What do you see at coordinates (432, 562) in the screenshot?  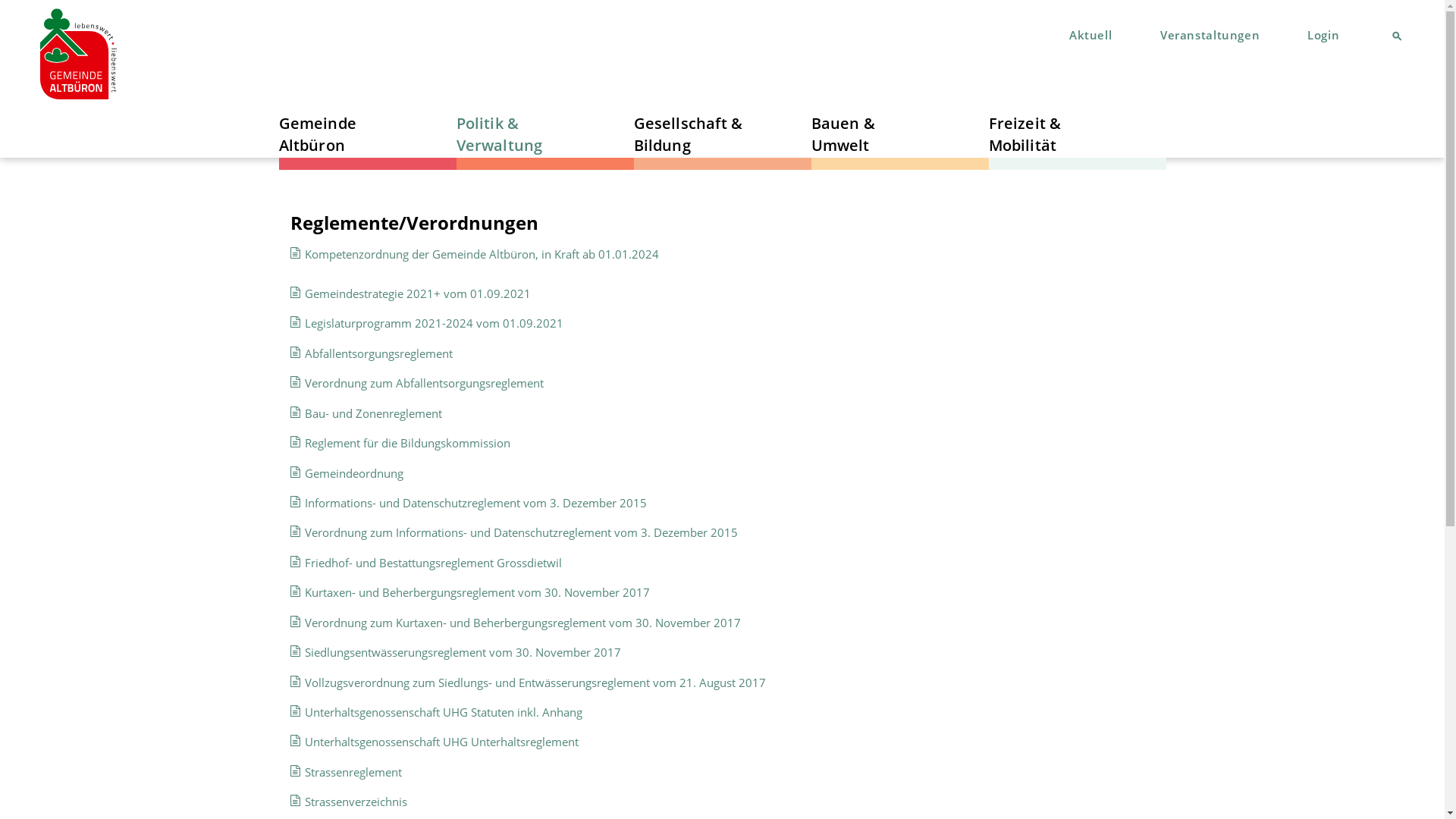 I see `'Friedhof- und Bestattungsreglement Grossdietwil'` at bounding box center [432, 562].